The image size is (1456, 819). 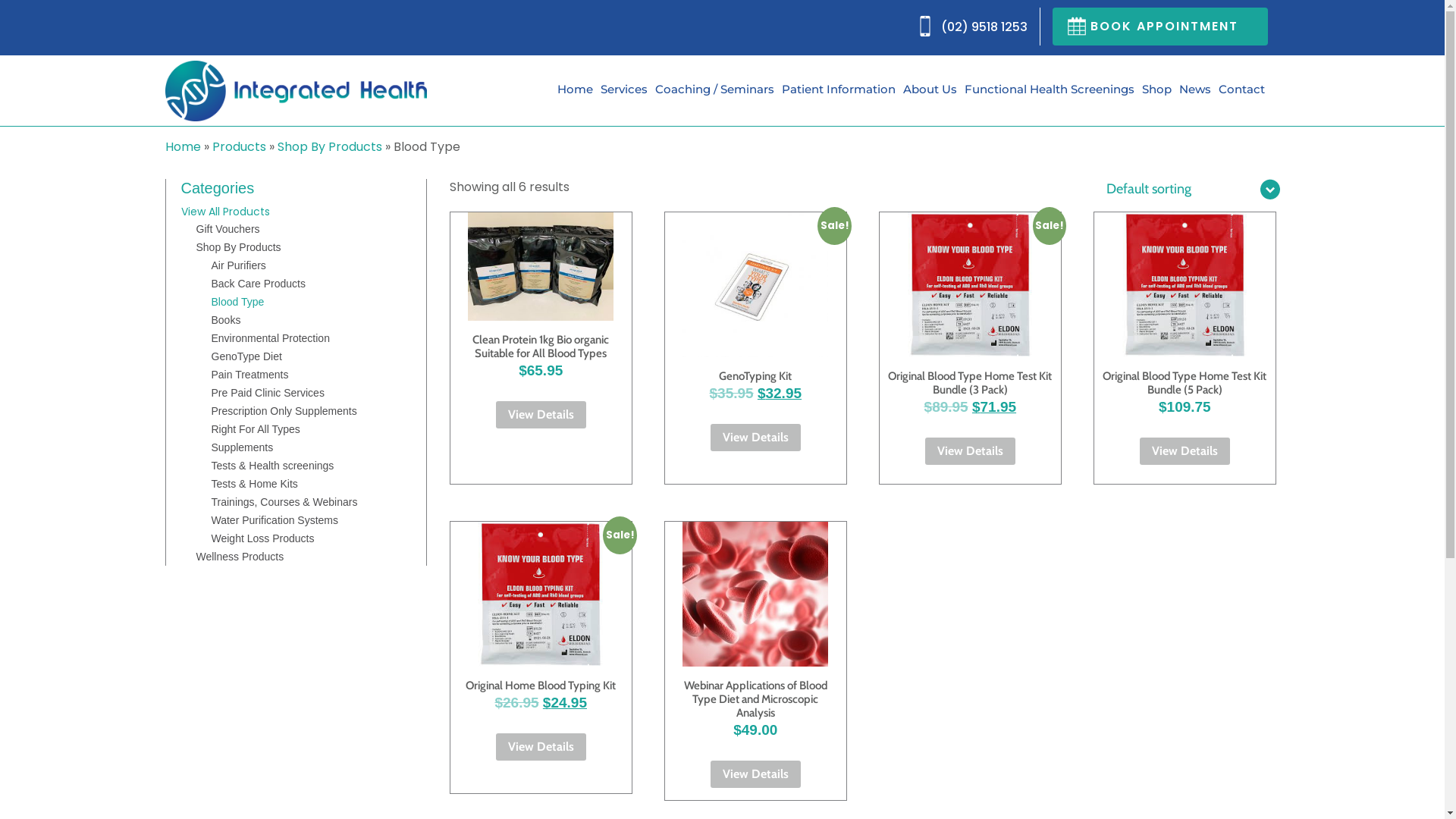 What do you see at coordinates (1193, 89) in the screenshot?
I see `'News'` at bounding box center [1193, 89].